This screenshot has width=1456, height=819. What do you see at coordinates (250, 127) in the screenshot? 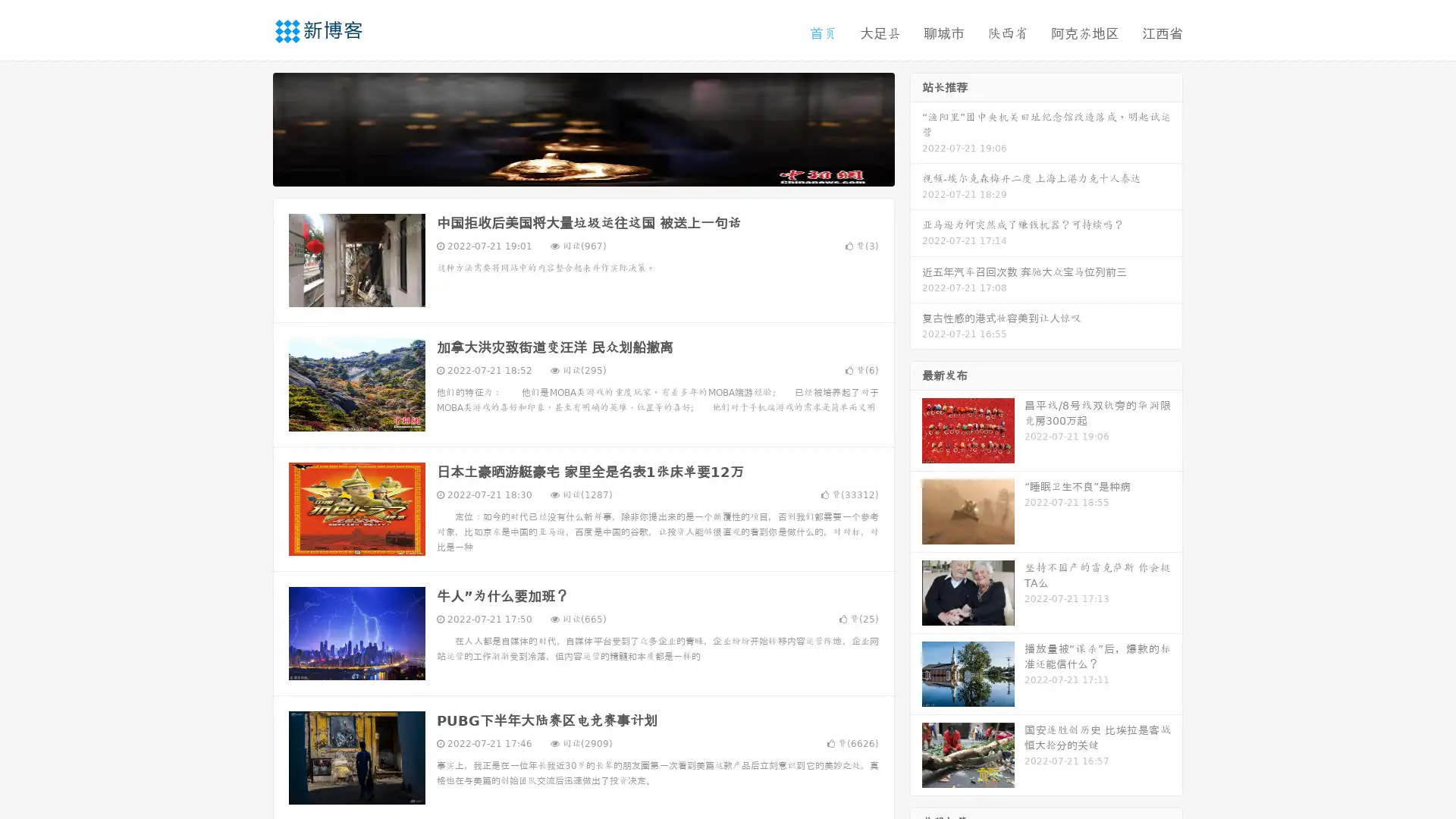
I see `Previous slide` at bounding box center [250, 127].